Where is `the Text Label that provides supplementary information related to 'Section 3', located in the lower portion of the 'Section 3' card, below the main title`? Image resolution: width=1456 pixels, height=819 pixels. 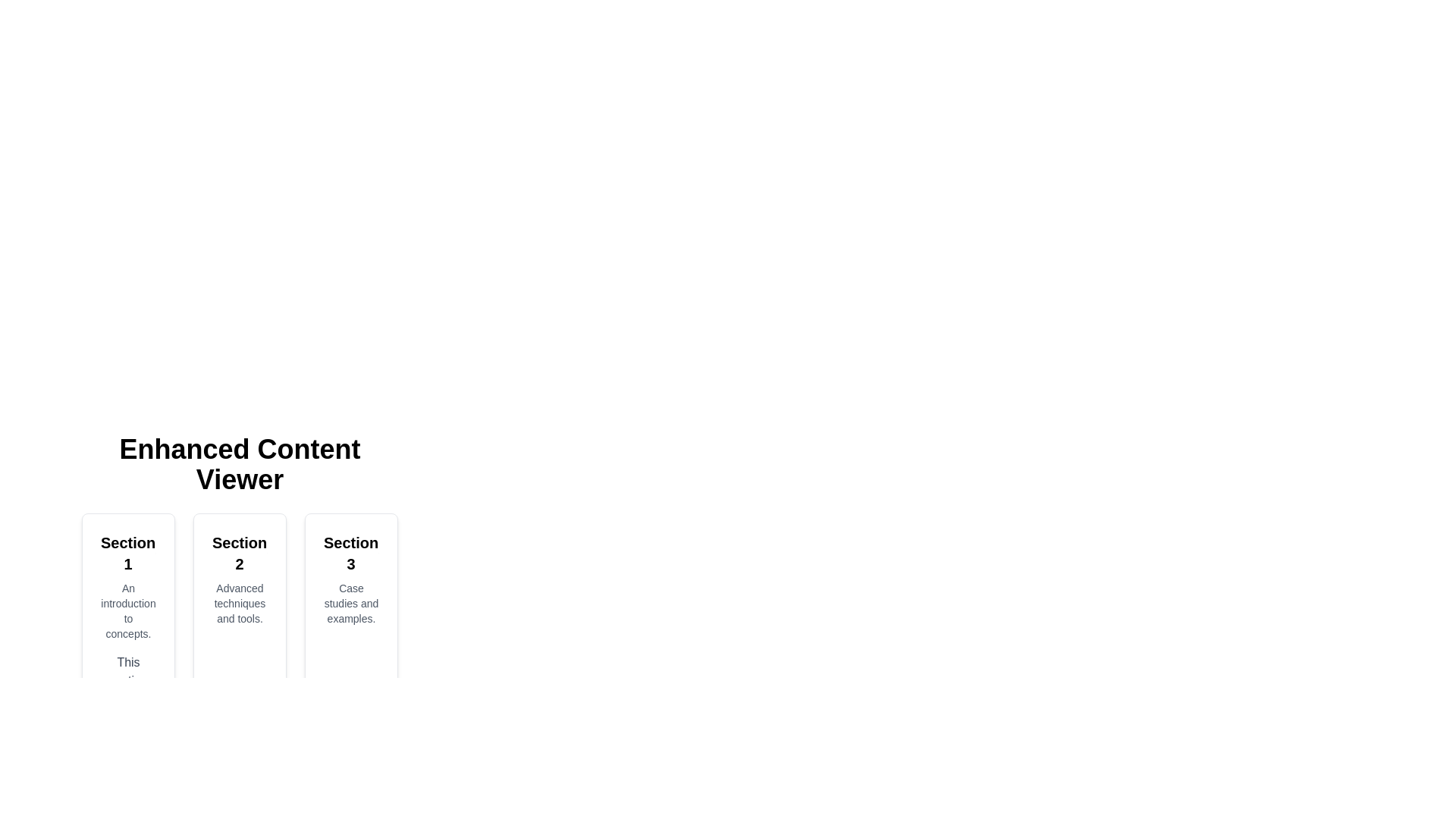
the Text Label that provides supplementary information related to 'Section 3', located in the lower portion of the 'Section 3' card, below the main title is located at coordinates (350, 602).